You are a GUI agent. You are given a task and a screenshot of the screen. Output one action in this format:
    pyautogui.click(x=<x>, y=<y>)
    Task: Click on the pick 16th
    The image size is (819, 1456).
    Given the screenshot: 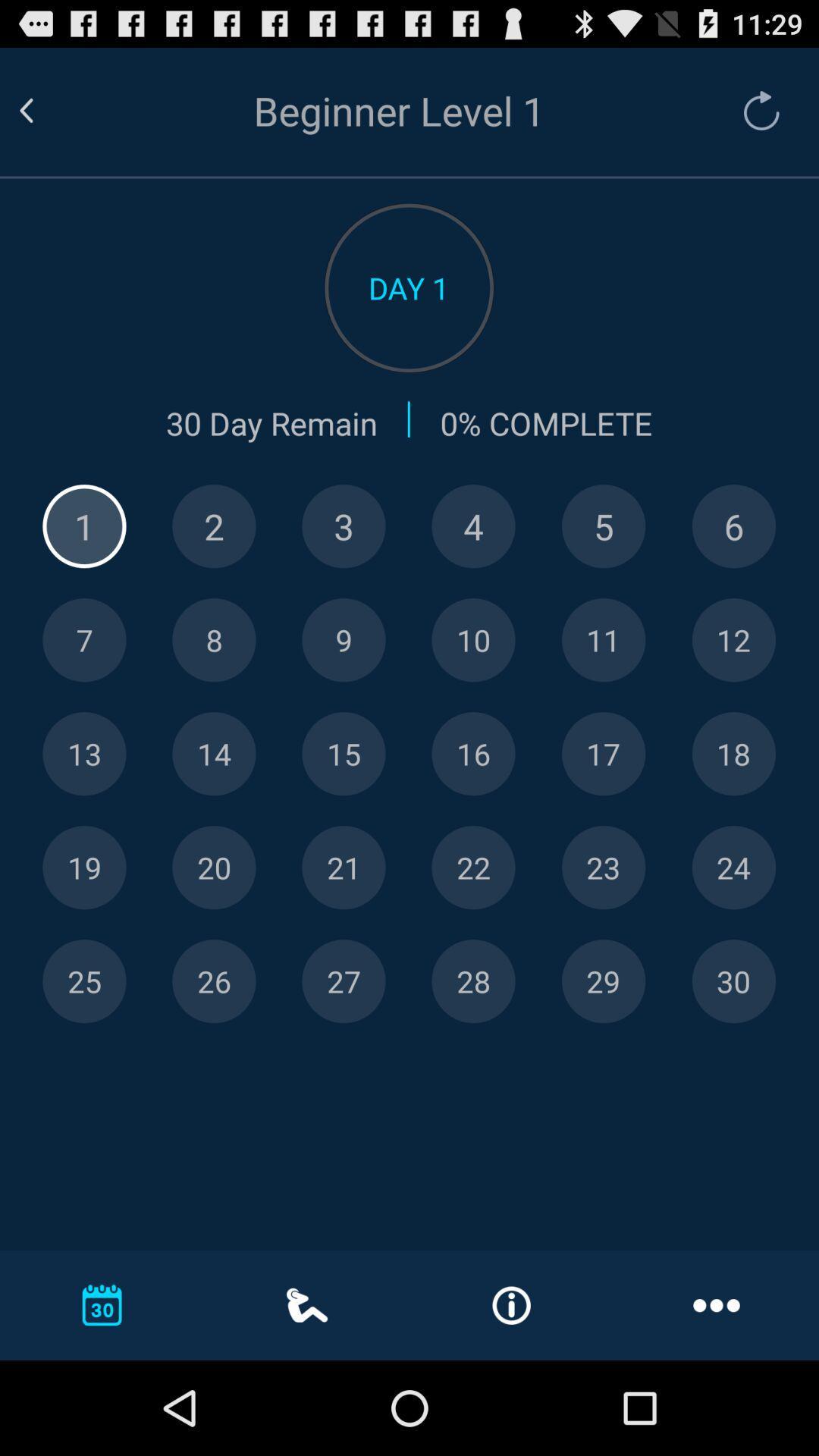 What is the action you would take?
    pyautogui.click(x=472, y=754)
    